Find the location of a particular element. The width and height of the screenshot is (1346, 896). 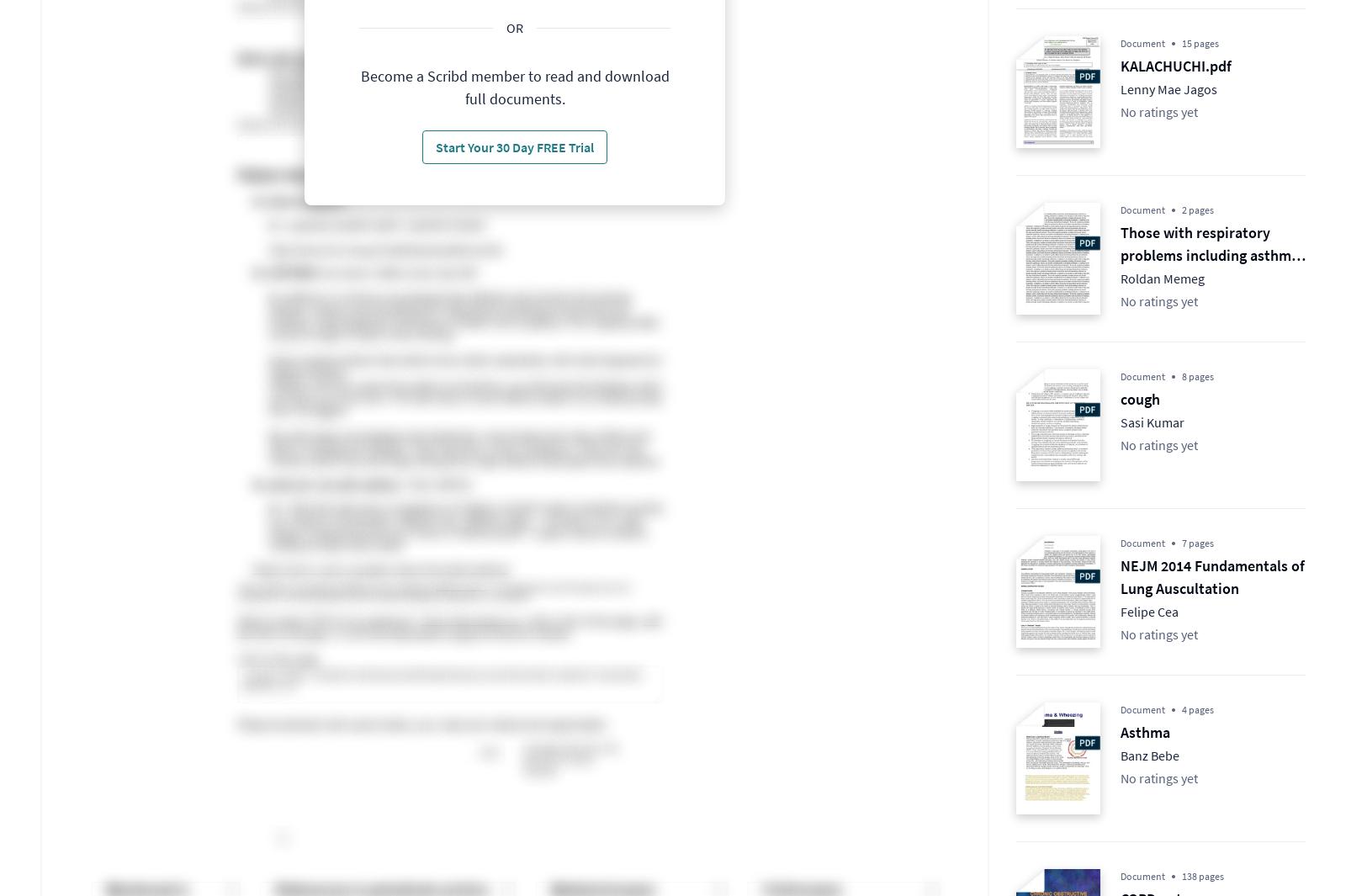

'4 pages' is located at coordinates (1198, 709).